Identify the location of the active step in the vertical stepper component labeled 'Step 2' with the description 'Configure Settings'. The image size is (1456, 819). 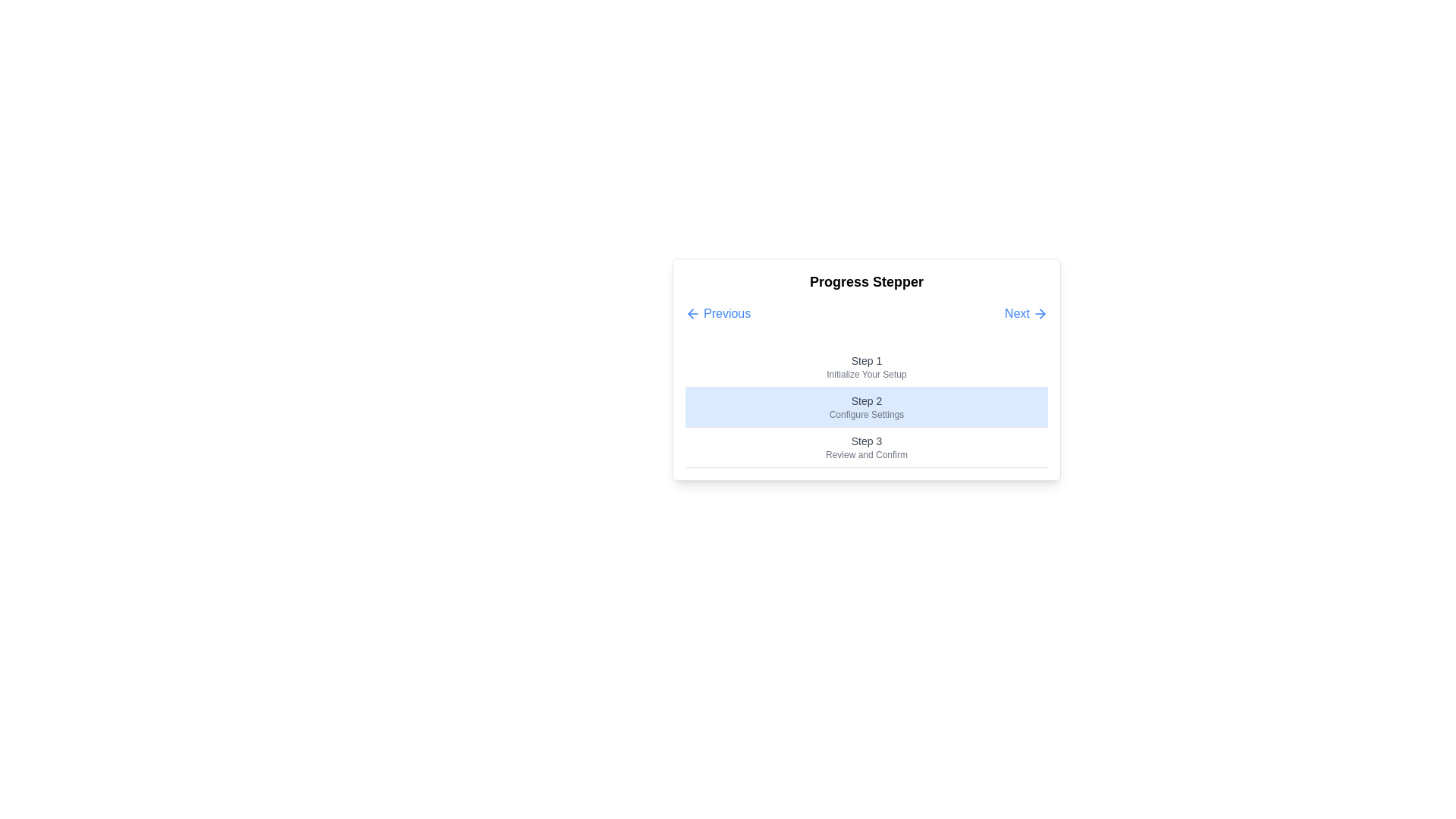
(866, 406).